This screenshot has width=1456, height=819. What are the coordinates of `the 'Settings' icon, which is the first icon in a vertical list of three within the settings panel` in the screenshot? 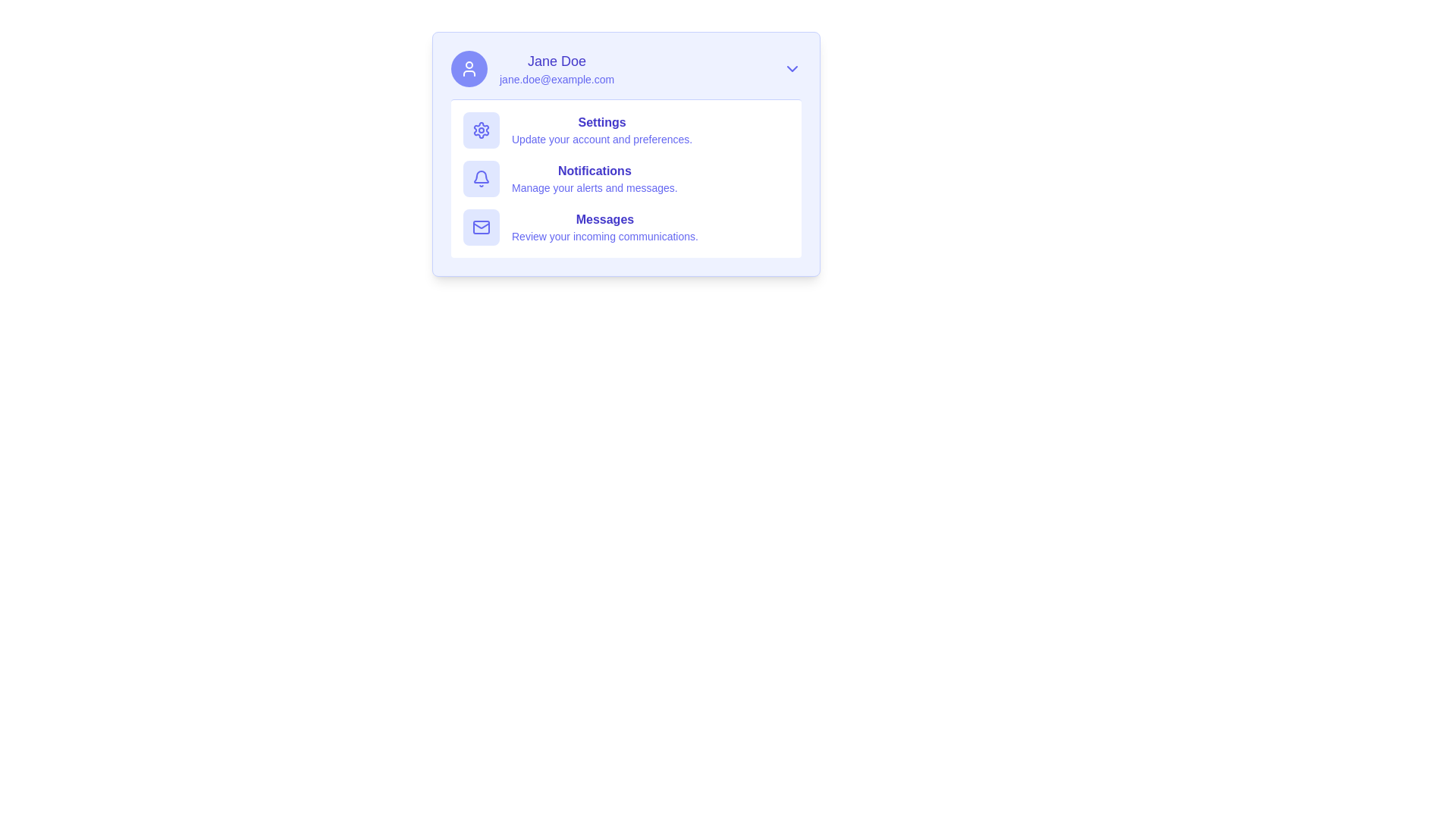 It's located at (480, 130).